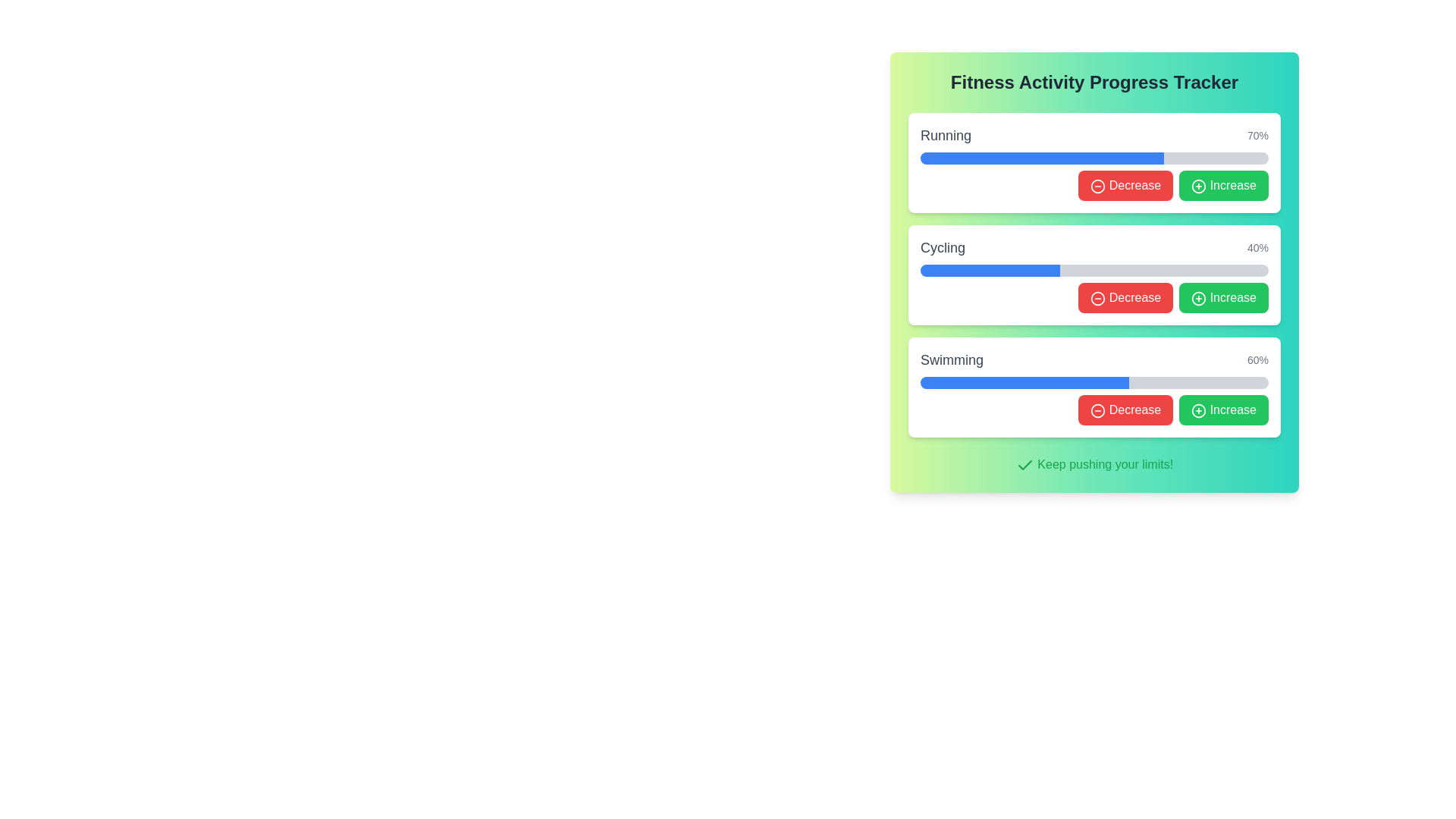 The height and width of the screenshot is (819, 1456). Describe the element at coordinates (1258, 359) in the screenshot. I see `the static text display that shows the current progress percentage of the 'Swimming' activity, located in the 'Swimming' section of the progress tracker interface` at that location.